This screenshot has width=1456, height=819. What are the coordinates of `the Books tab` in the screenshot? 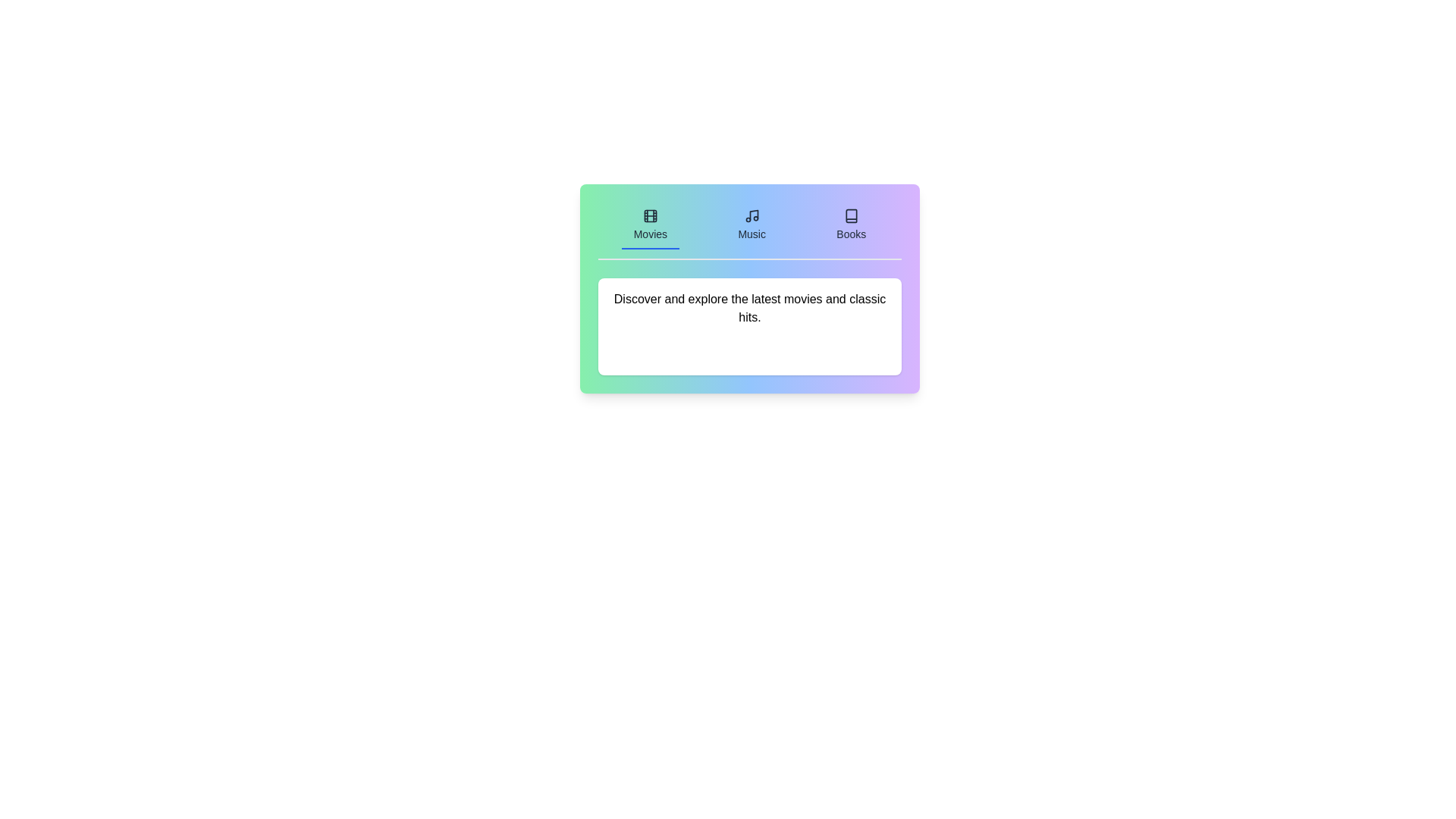 It's located at (851, 225).